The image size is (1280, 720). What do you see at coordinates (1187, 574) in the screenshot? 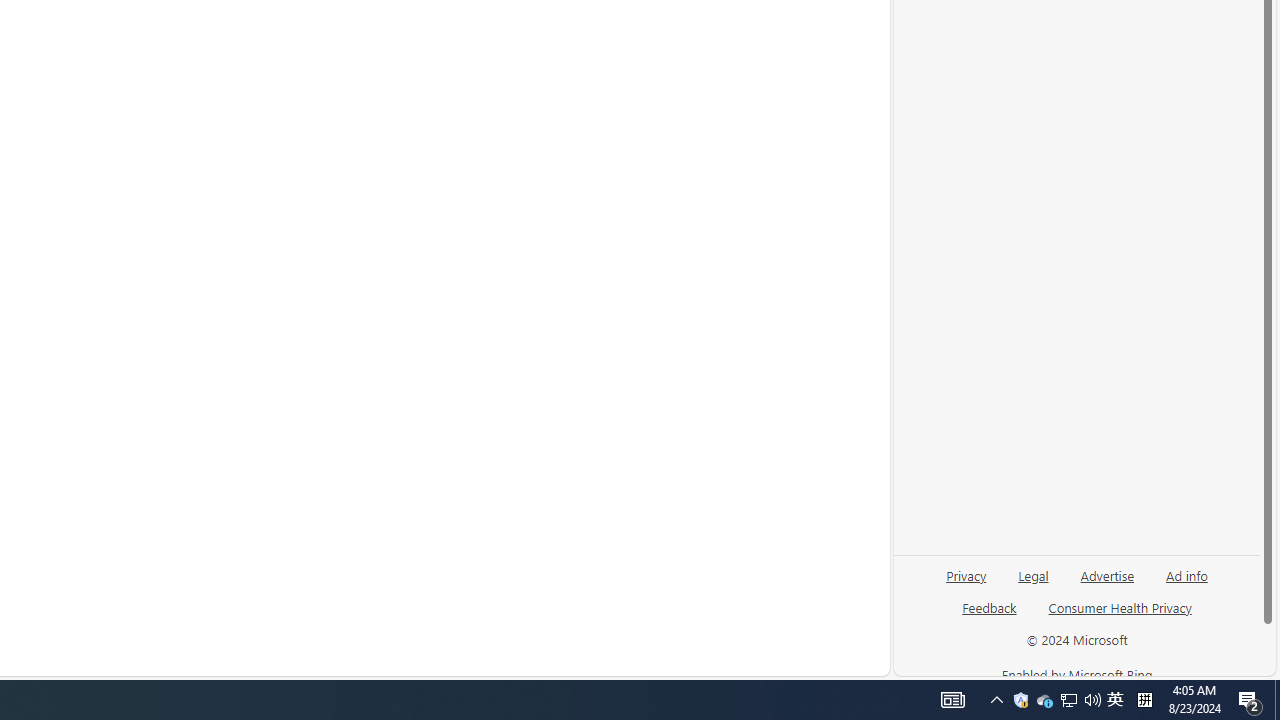
I see `'Ad info'` at bounding box center [1187, 574].